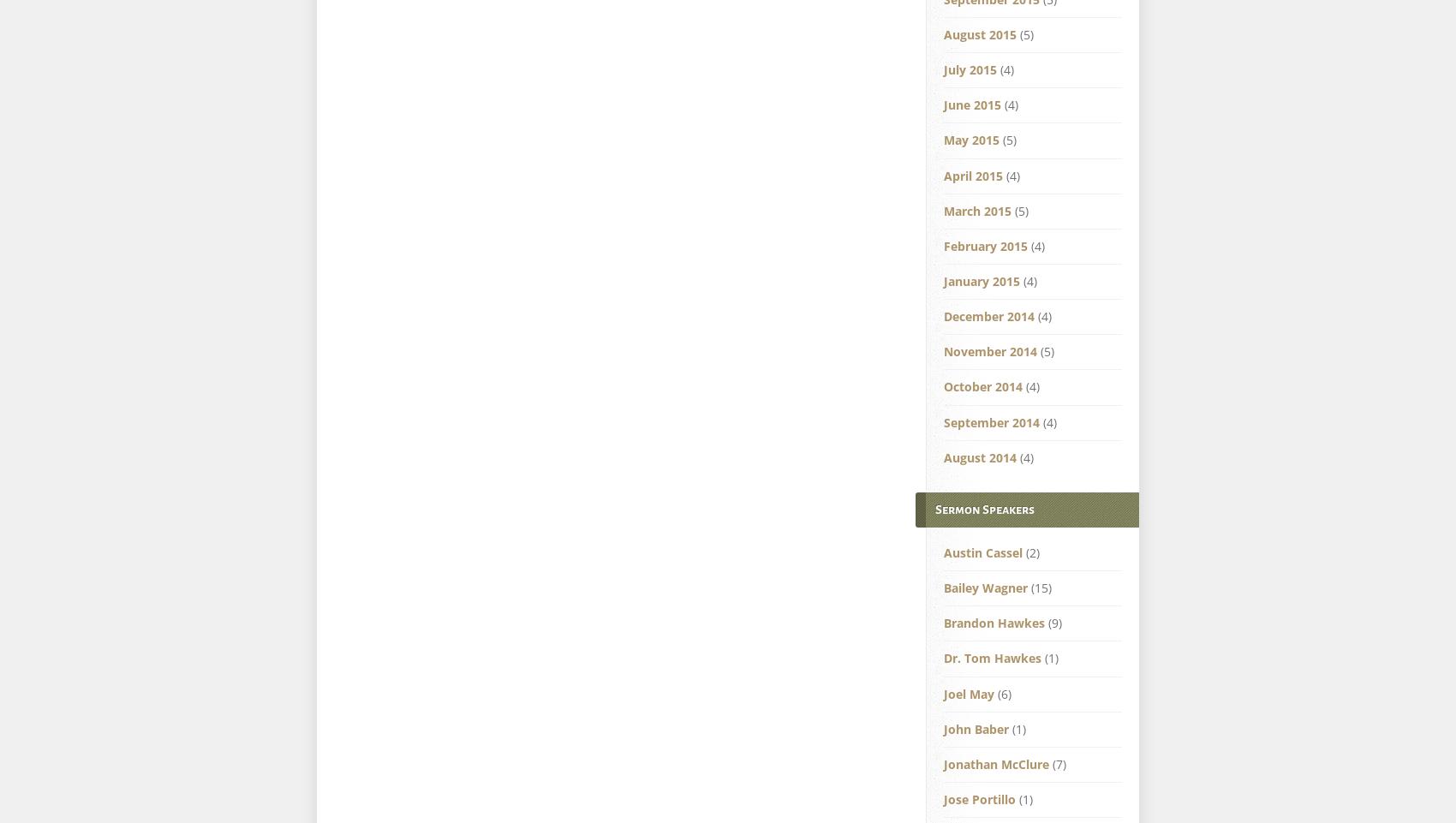  What do you see at coordinates (980, 456) in the screenshot?
I see `'August 2014'` at bounding box center [980, 456].